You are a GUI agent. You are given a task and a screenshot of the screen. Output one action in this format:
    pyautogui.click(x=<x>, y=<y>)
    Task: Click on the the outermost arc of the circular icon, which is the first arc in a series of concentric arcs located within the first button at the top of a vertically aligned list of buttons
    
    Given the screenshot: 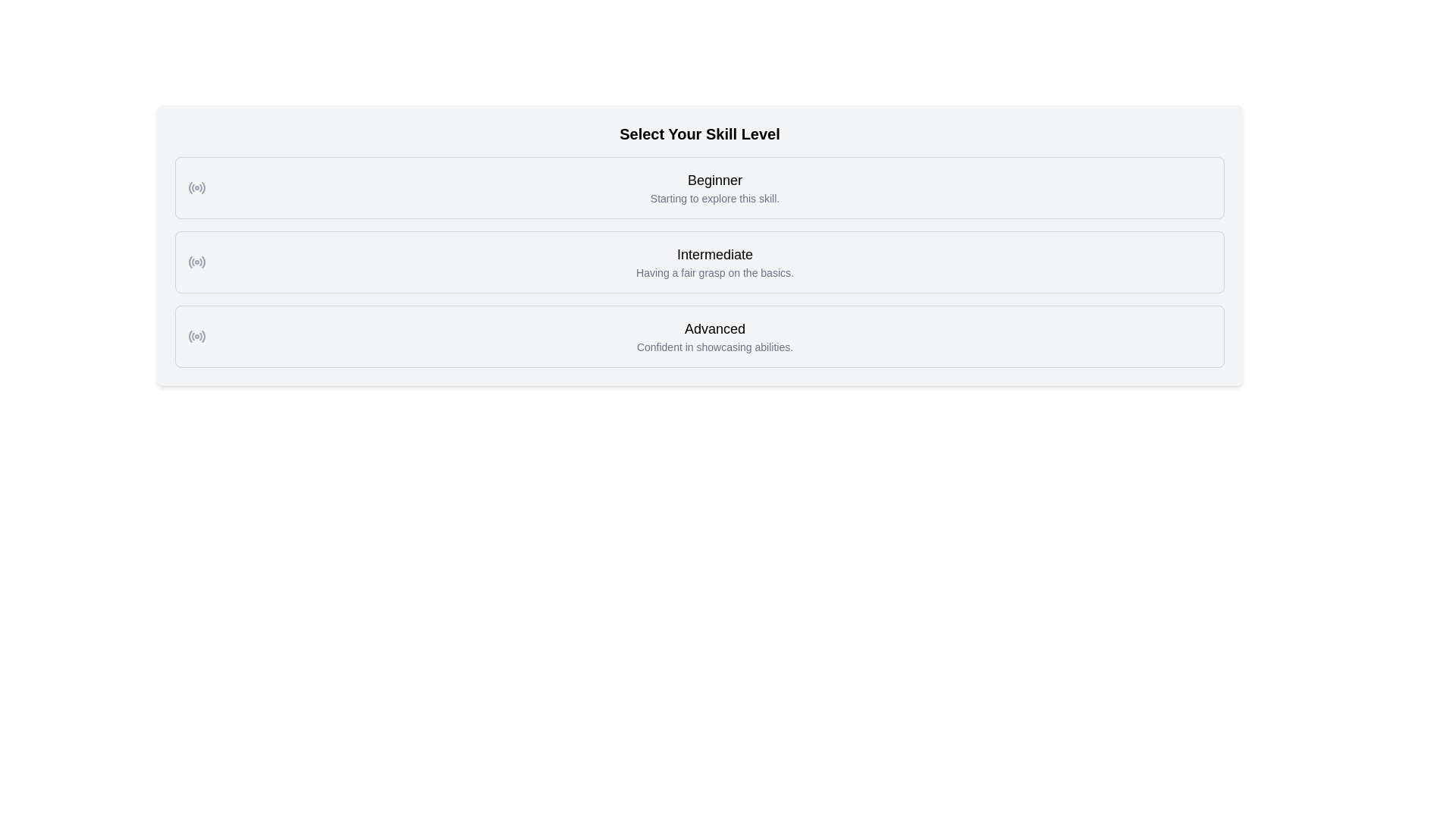 What is the action you would take?
    pyautogui.click(x=190, y=187)
    